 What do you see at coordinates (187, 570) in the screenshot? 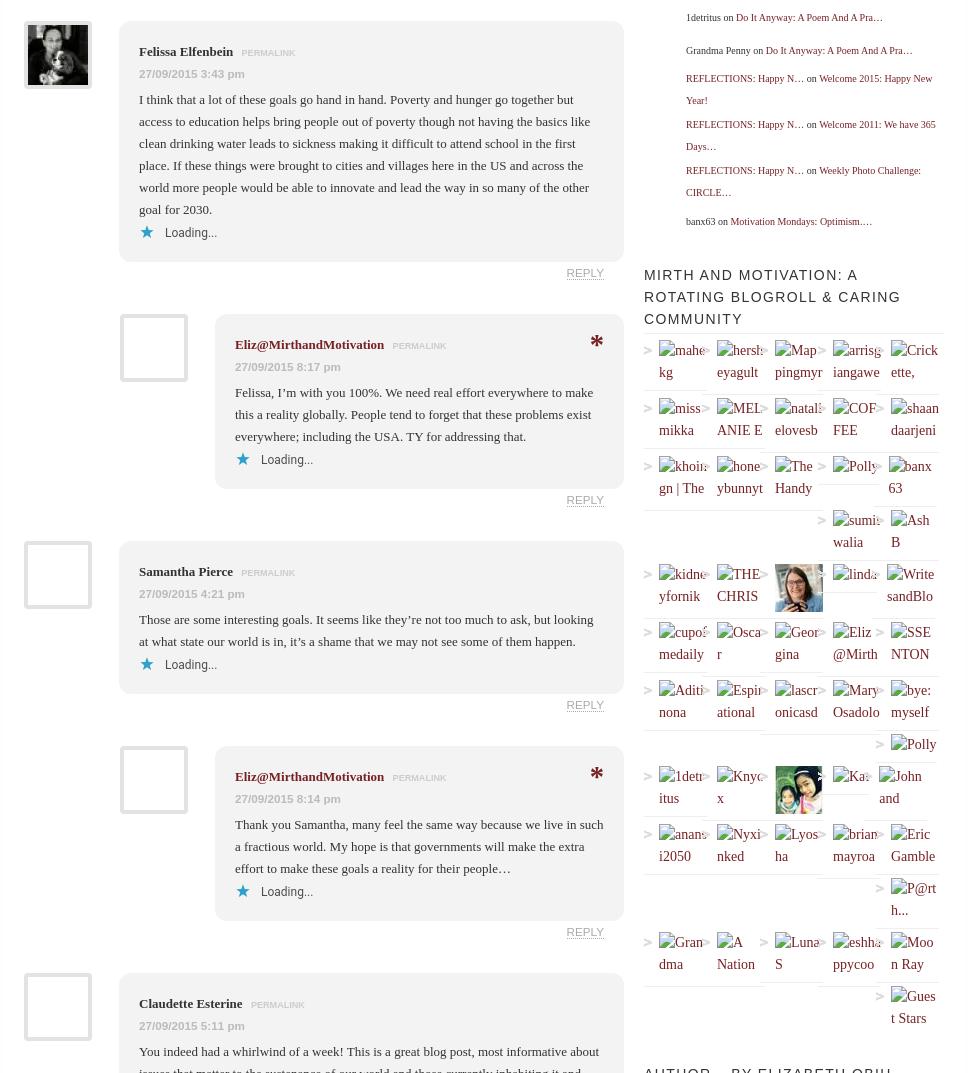
I see `'Samantha Pierce'` at bounding box center [187, 570].